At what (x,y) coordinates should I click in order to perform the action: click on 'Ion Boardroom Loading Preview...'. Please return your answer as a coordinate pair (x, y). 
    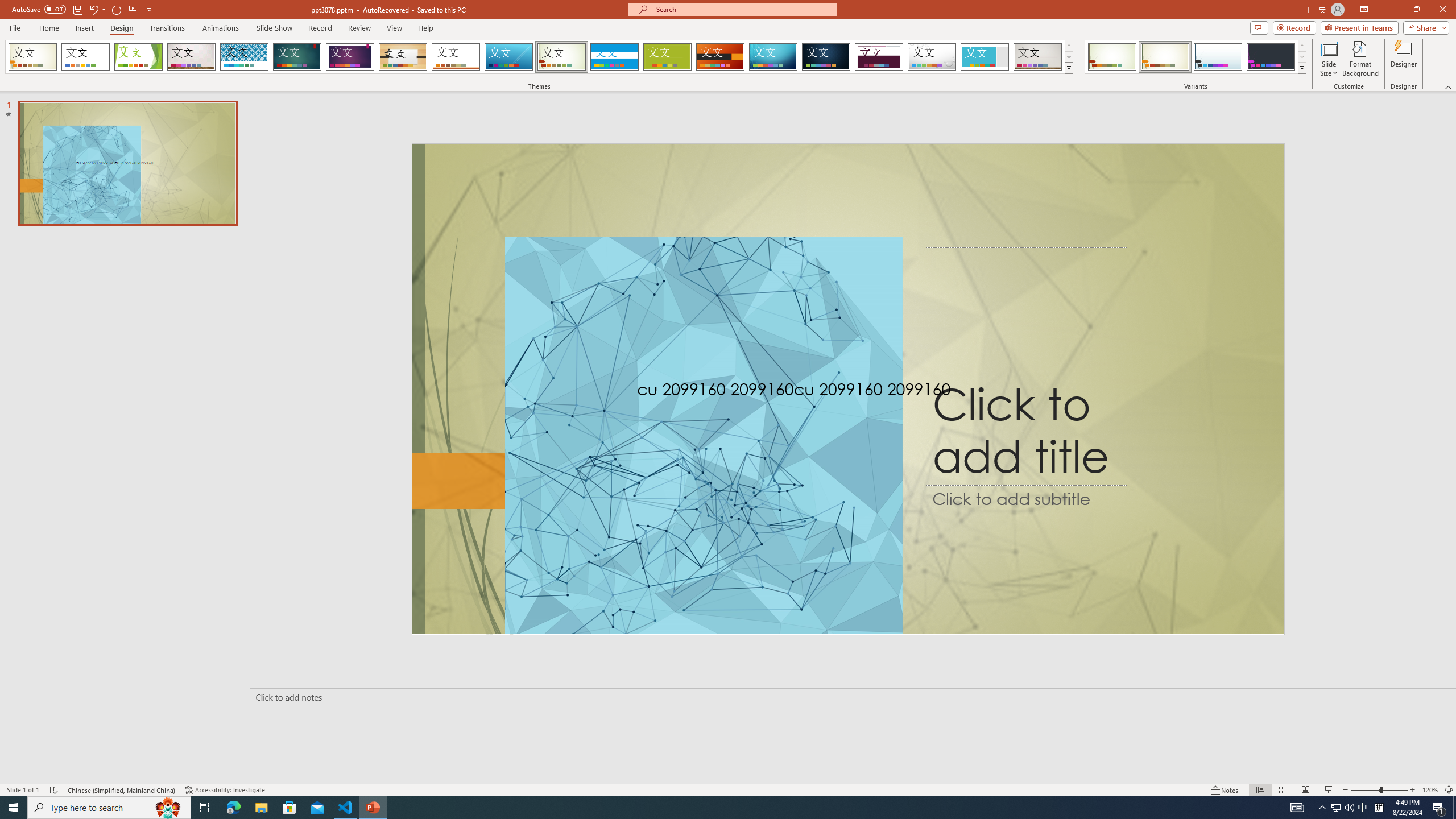
    Looking at the image, I should click on (350, 56).